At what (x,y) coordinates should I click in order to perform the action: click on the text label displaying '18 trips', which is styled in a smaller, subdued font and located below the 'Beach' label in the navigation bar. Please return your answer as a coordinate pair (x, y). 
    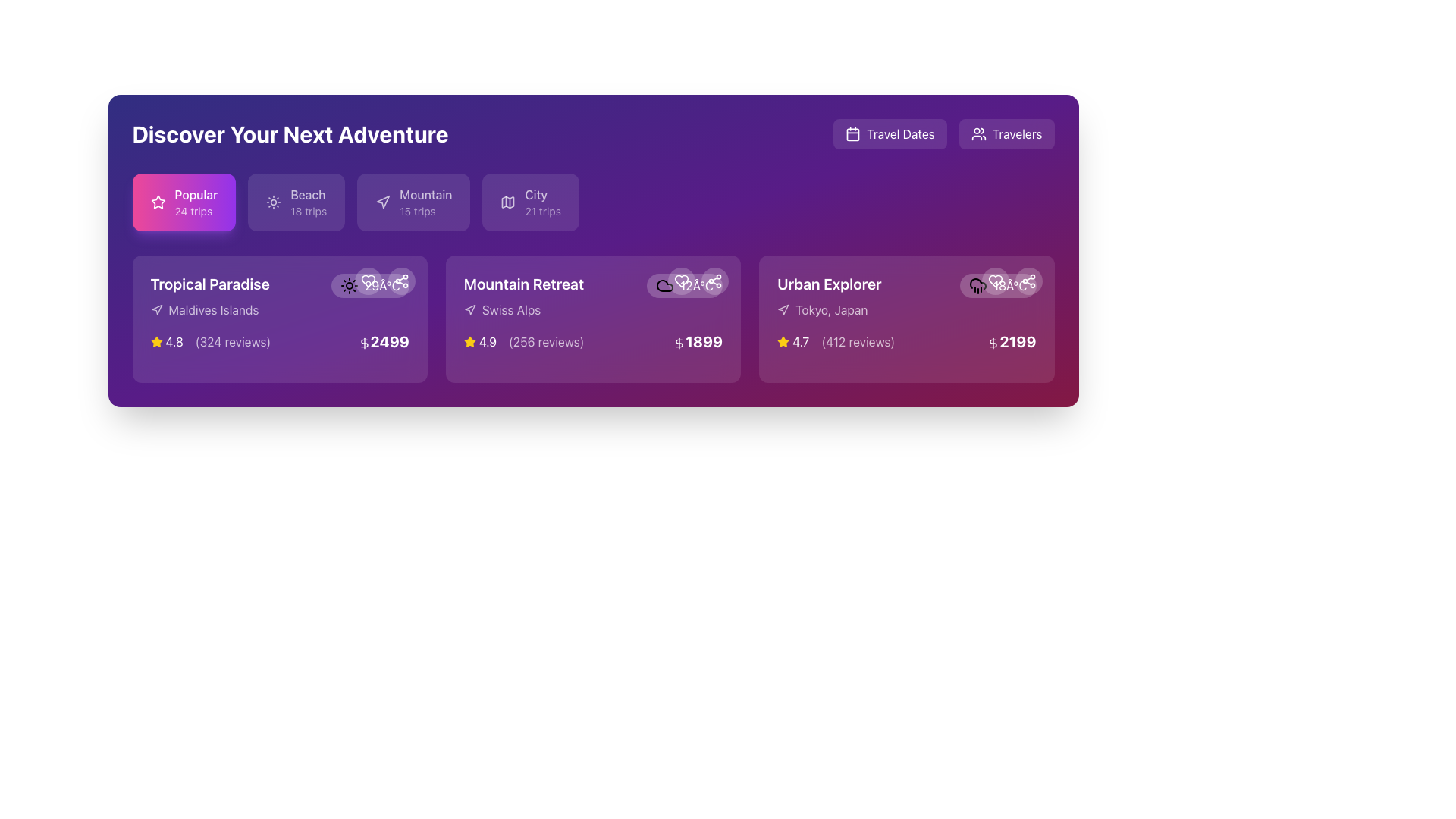
    Looking at the image, I should click on (308, 211).